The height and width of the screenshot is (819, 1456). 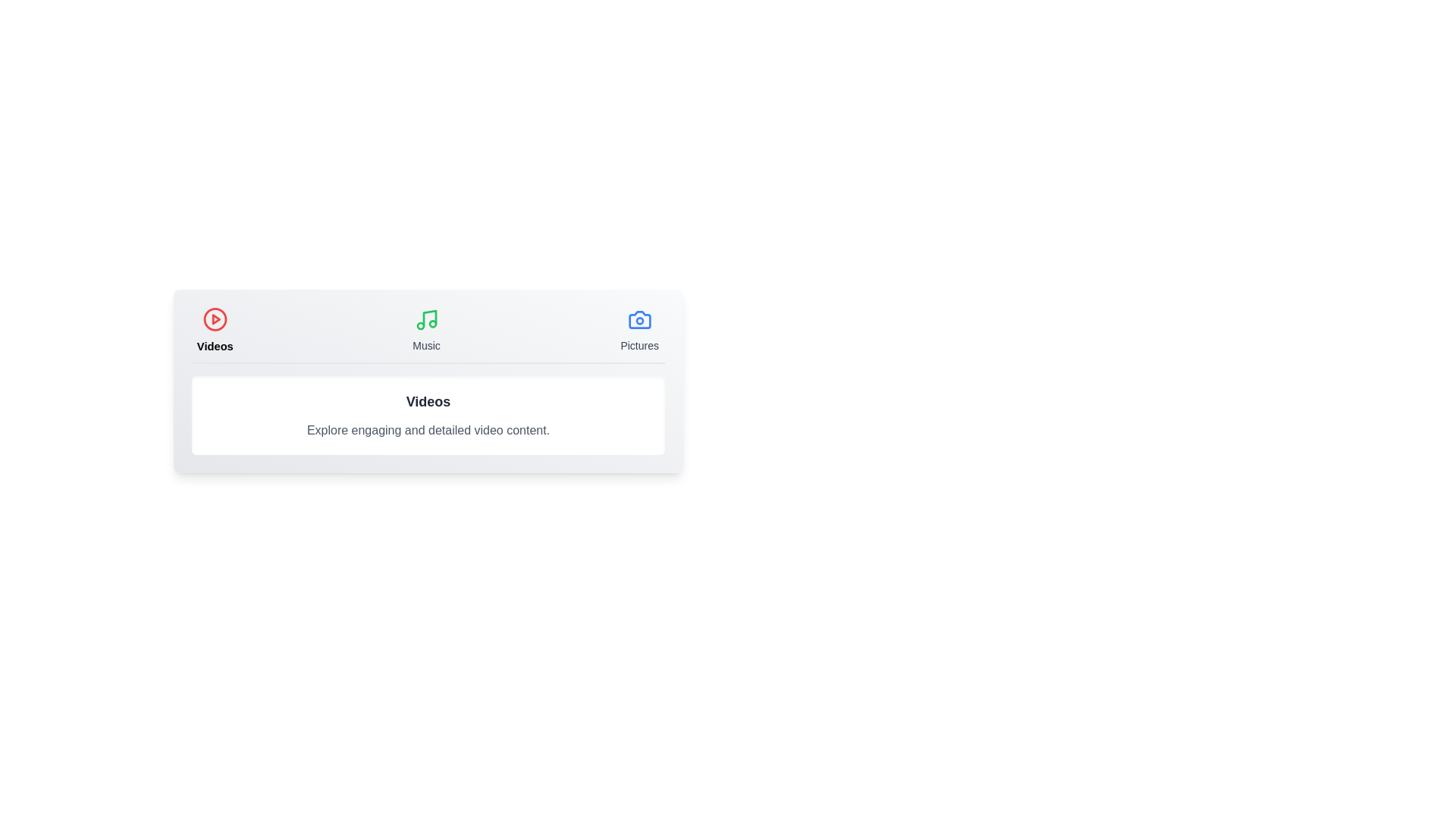 I want to click on the Pictures tab by clicking on its button, so click(x=639, y=329).